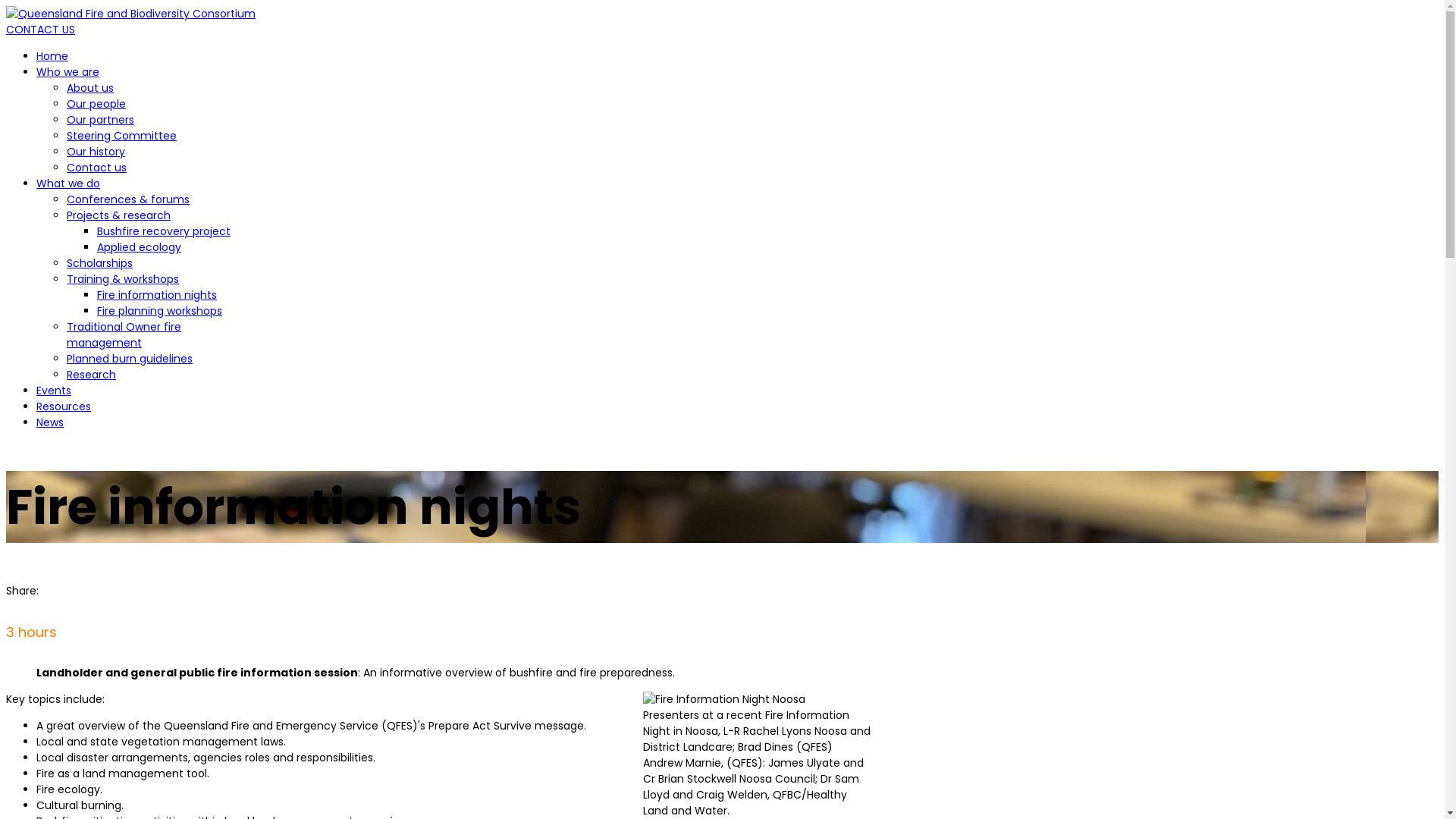 Image resolution: width=1456 pixels, height=819 pixels. Describe the element at coordinates (65, 87) in the screenshot. I see `'About us'` at that location.